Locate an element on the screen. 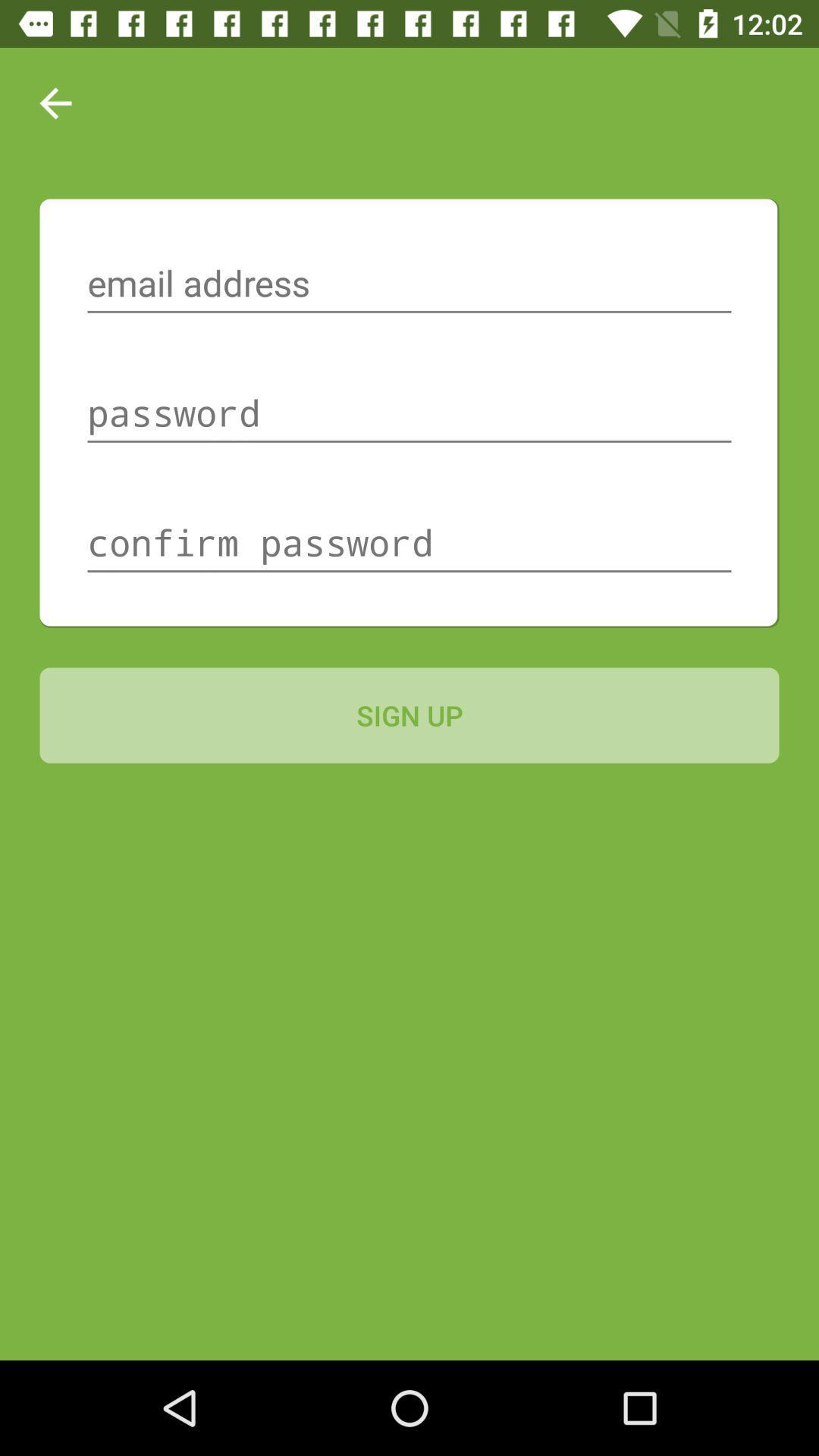  the icon at the top left corner is located at coordinates (55, 102).